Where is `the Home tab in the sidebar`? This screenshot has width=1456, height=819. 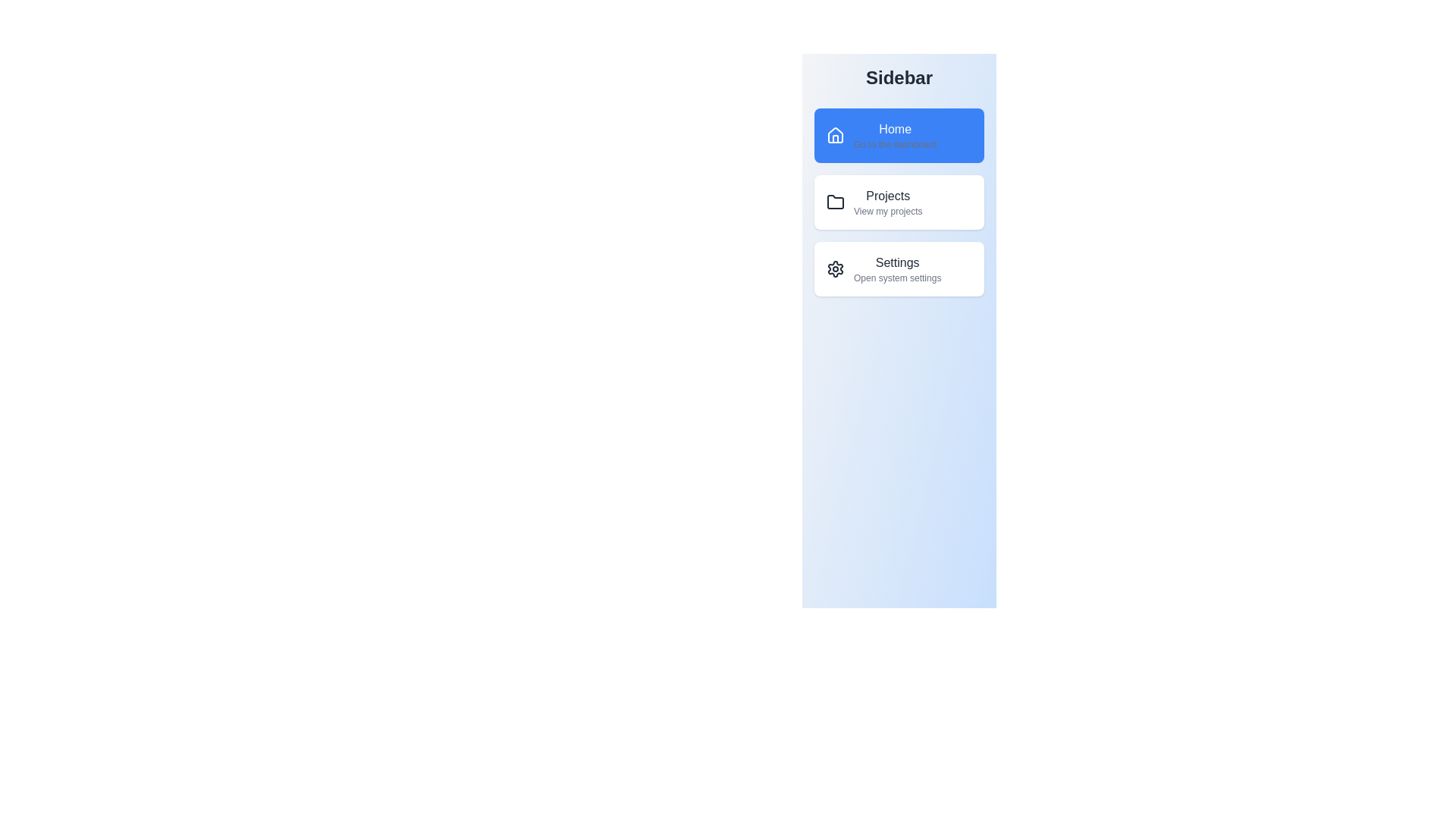 the Home tab in the sidebar is located at coordinates (899, 134).